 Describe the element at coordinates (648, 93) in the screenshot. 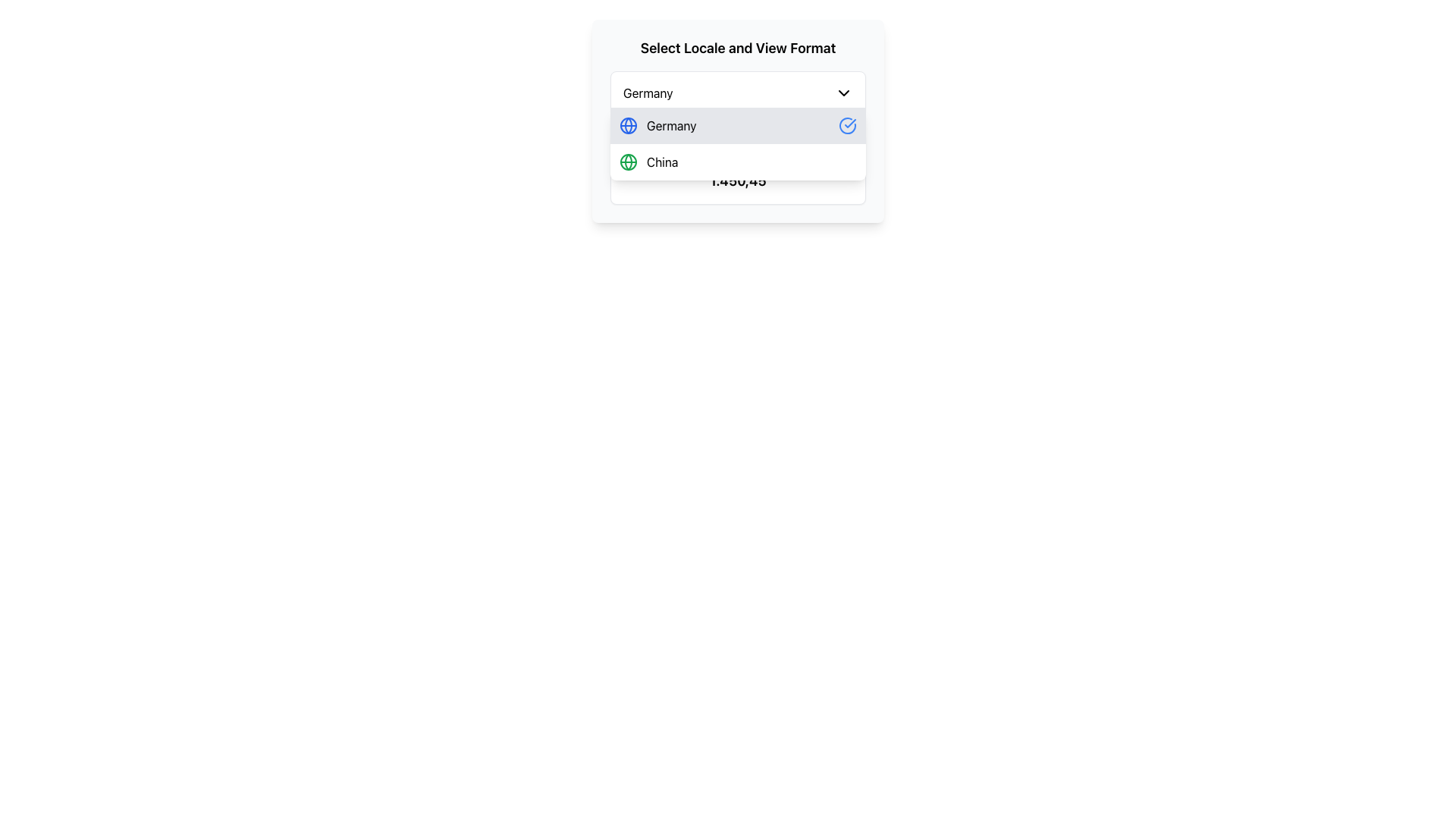

I see `the text 'Germany' in the dropdown menu` at that location.